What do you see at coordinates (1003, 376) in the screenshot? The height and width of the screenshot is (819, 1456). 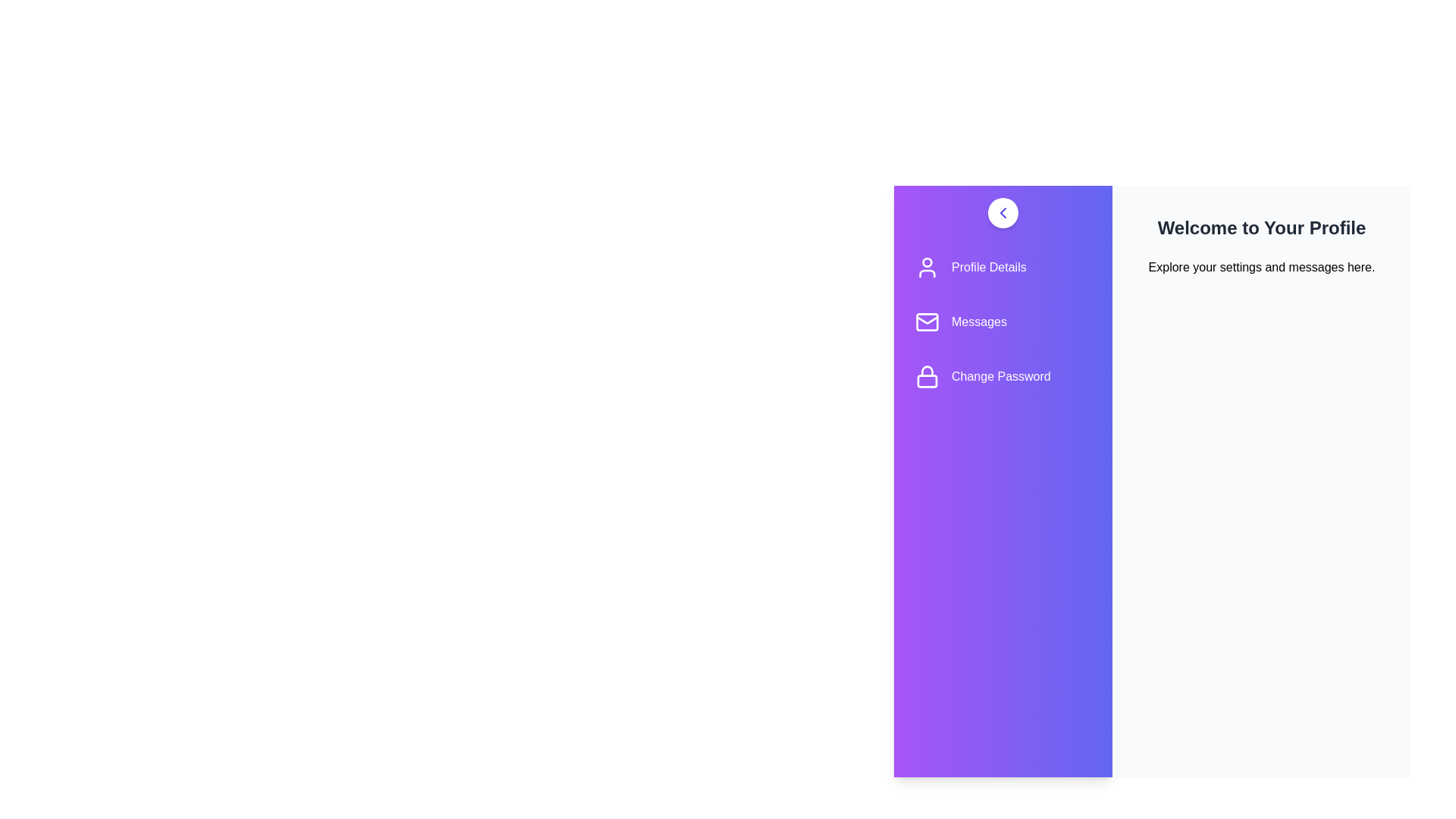 I see `the menu item corresponding to Change Password` at bounding box center [1003, 376].